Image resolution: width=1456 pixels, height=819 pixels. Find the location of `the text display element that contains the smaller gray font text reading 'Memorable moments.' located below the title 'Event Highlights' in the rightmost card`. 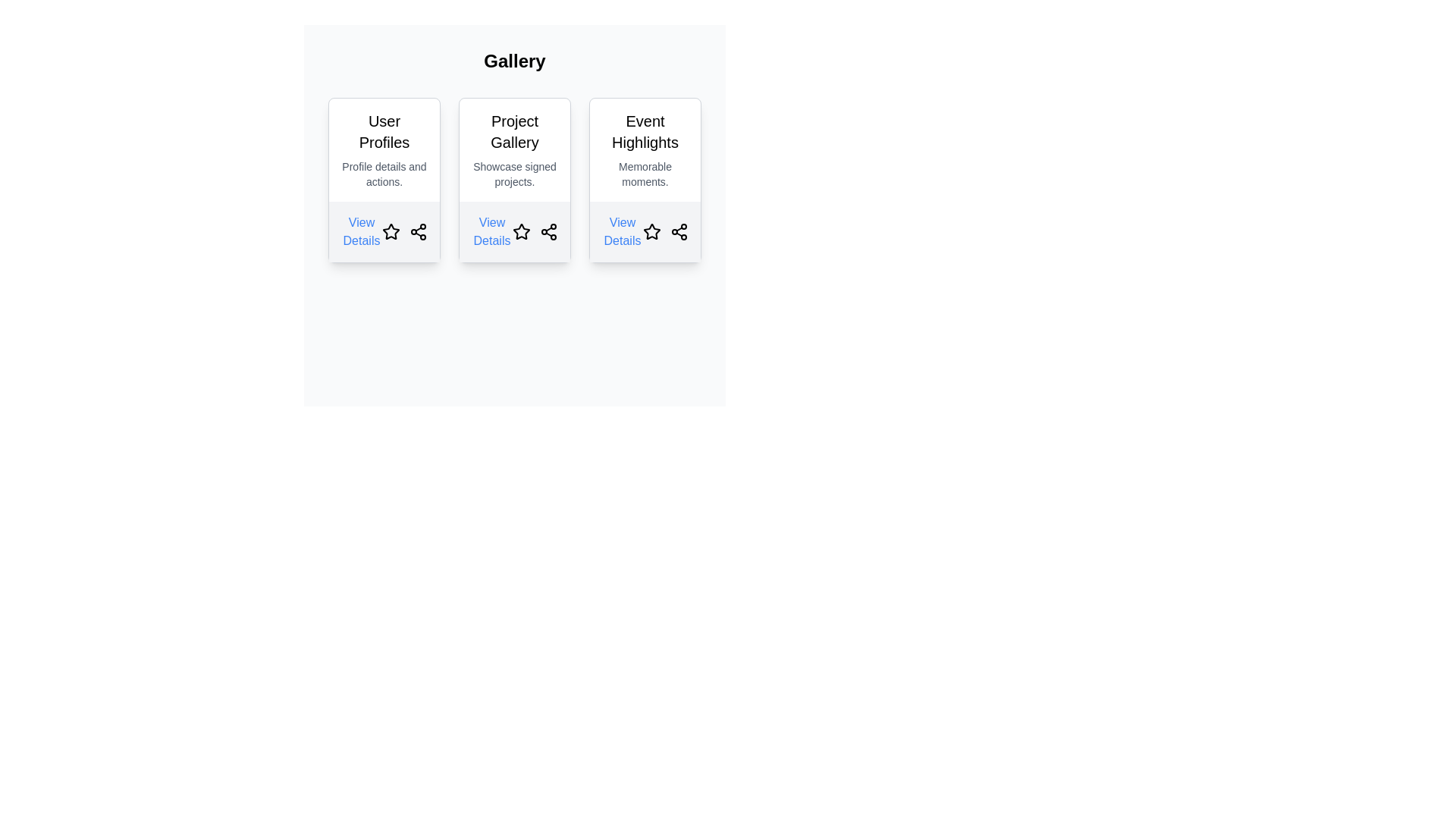

the text display element that contains the smaller gray font text reading 'Memorable moments.' located below the title 'Event Highlights' in the rightmost card is located at coordinates (645, 174).